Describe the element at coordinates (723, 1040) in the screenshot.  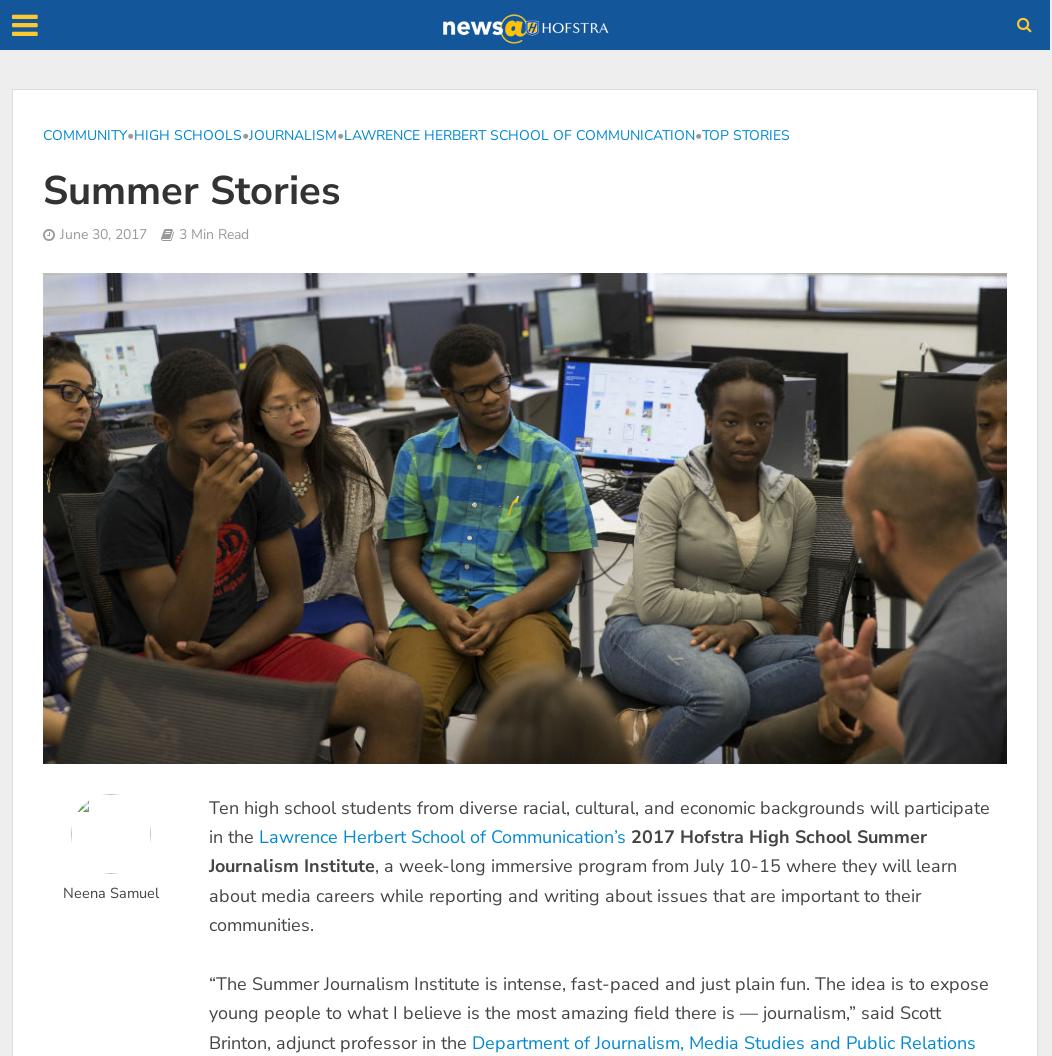
I see `'Department of Journalism, Media Studies and Public Relations'` at that location.